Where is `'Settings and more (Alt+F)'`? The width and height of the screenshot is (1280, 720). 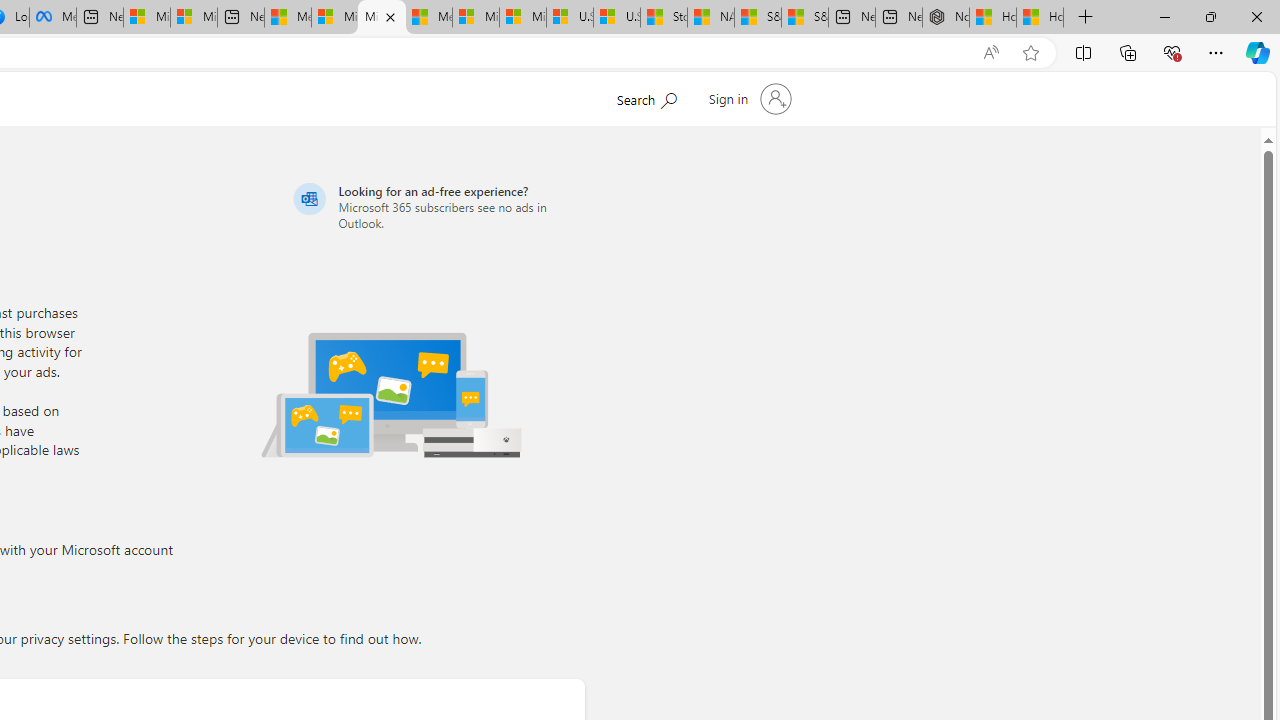 'Settings and more (Alt+F)' is located at coordinates (1215, 51).